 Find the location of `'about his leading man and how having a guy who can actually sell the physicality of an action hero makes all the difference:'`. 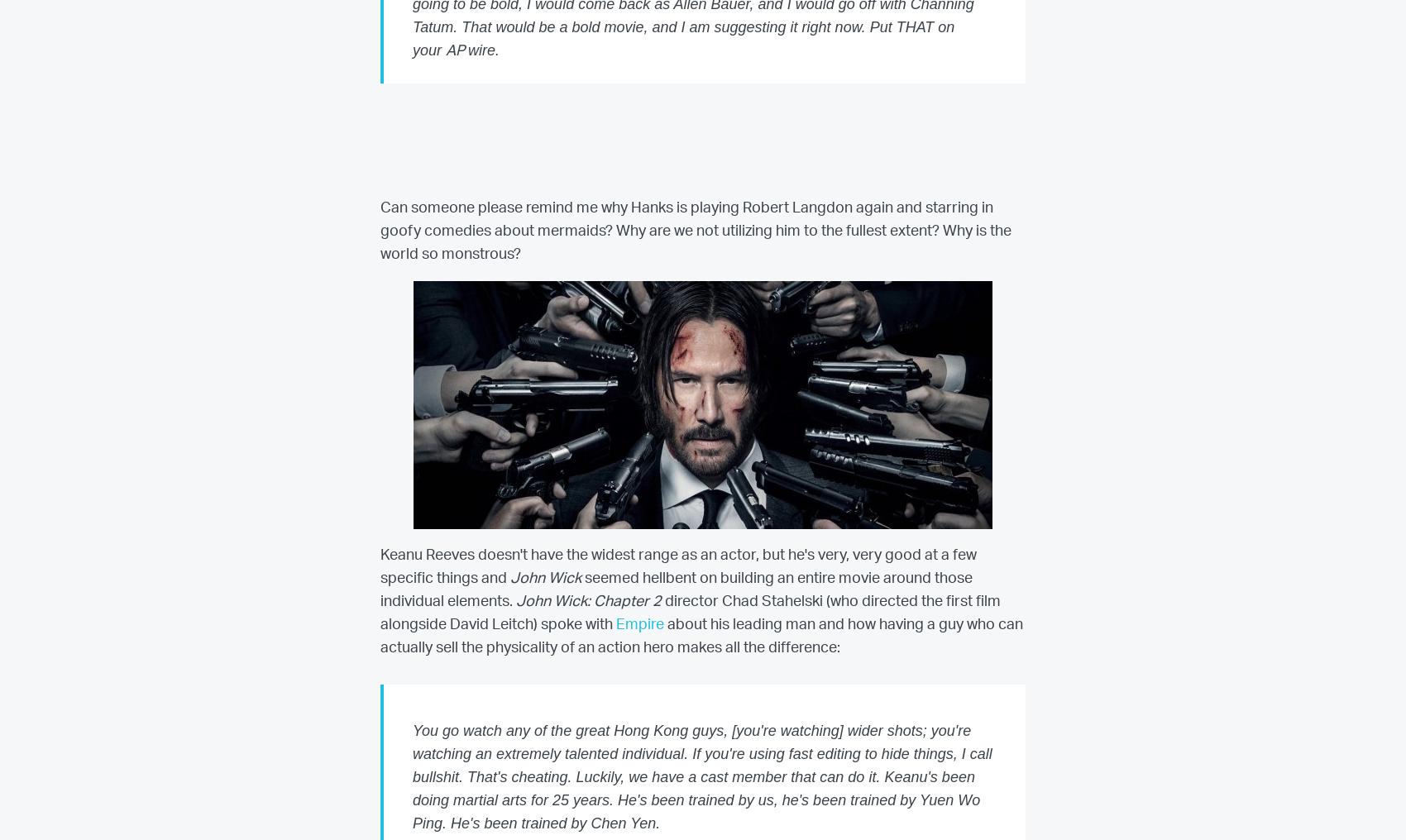

'about his leading man and how having a guy who can actually sell the physicality of an action hero makes all the difference:' is located at coordinates (701, 636).